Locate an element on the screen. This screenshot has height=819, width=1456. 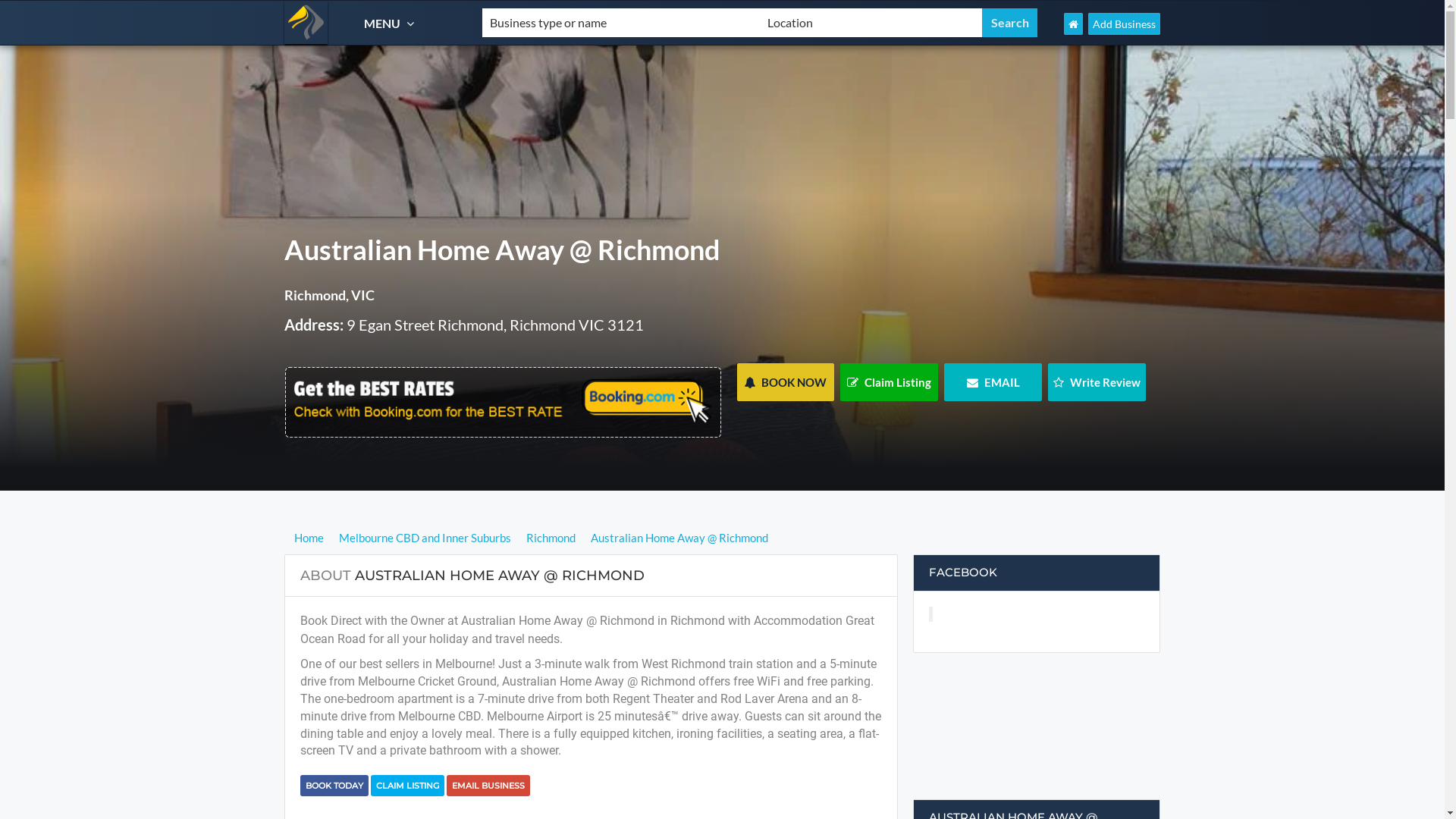
'Australian Home Away @ Richmond' is located at coordinates (679, 537).